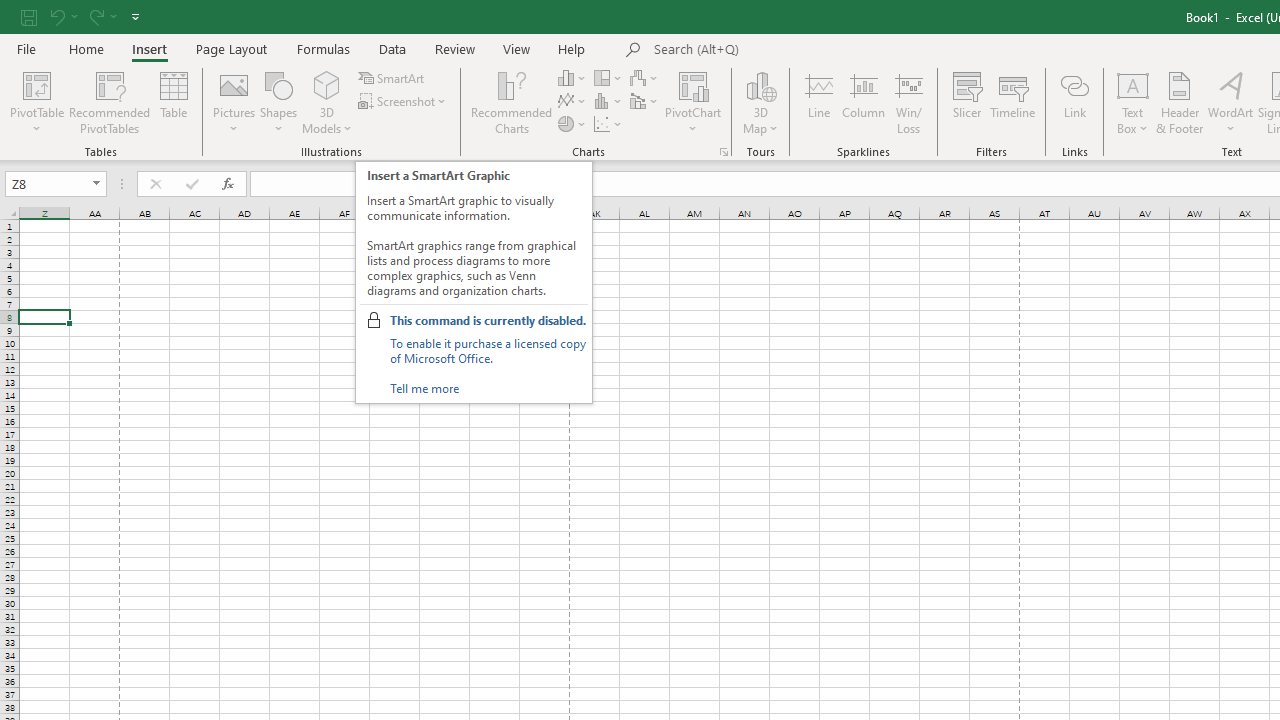 Image resolution: width=1280 pixels, height=720 pixels. What do you see at coordinates (37, 103) in the screenshot?
I see `'PivotTable'` at bounding box center [37, 103].